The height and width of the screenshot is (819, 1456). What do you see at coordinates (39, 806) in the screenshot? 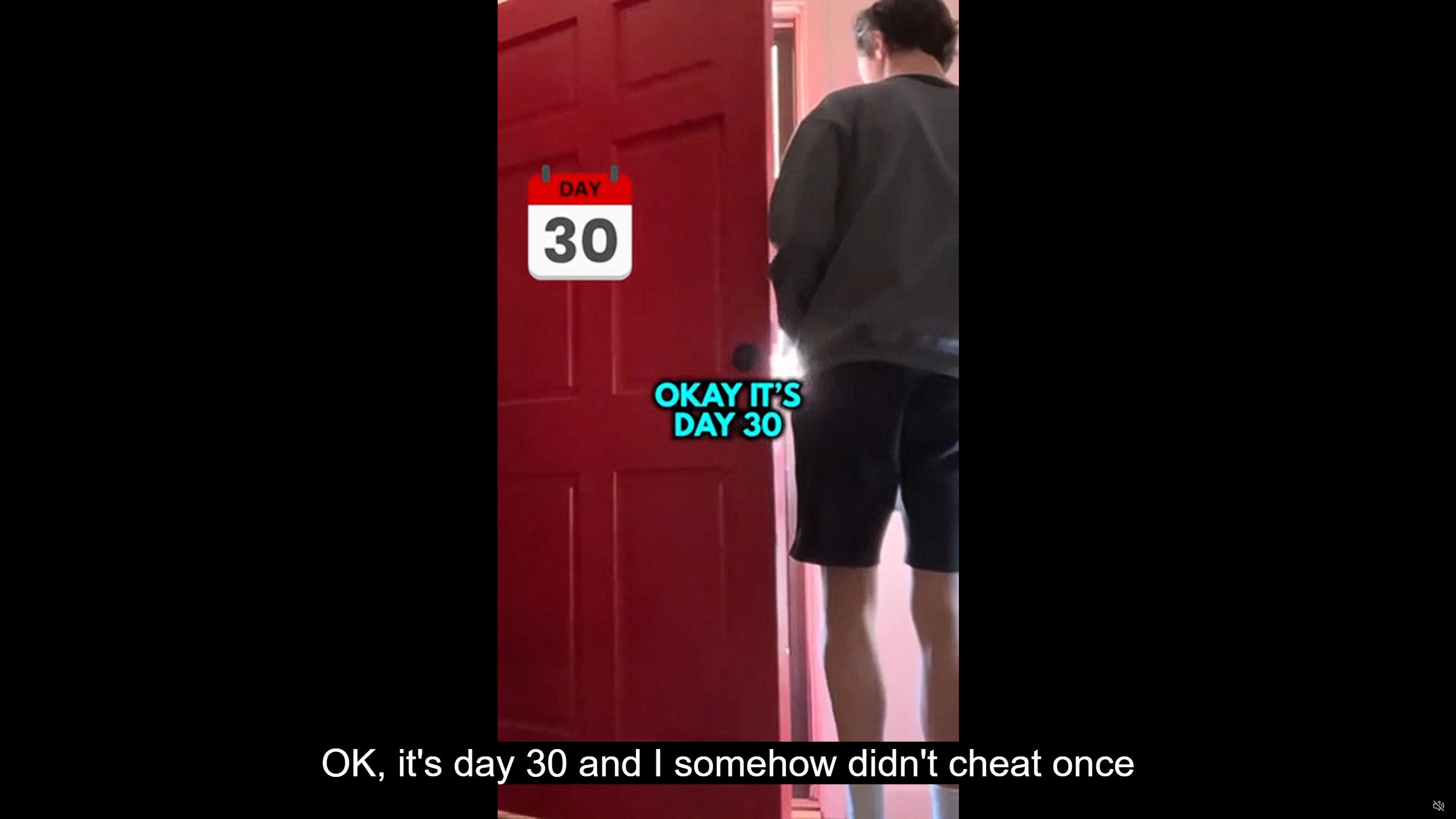
I see `'Seek Back'` at bounding box center [39, 806].